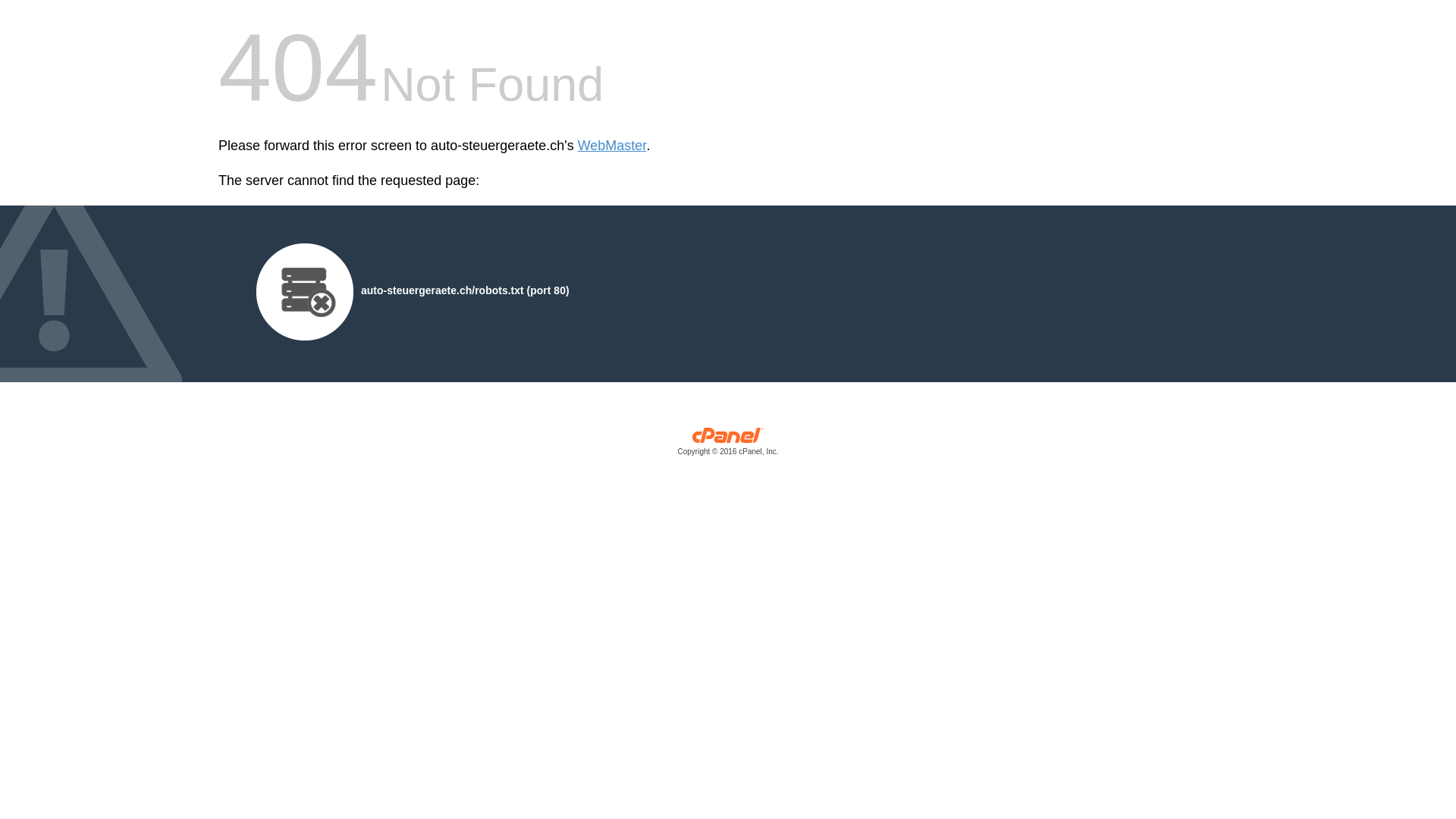 The width and height of the screenshot is (1456, 819). Describe the element at coordinates (577, 146) in the screenshot. I see `'WebMaster'` at that location.